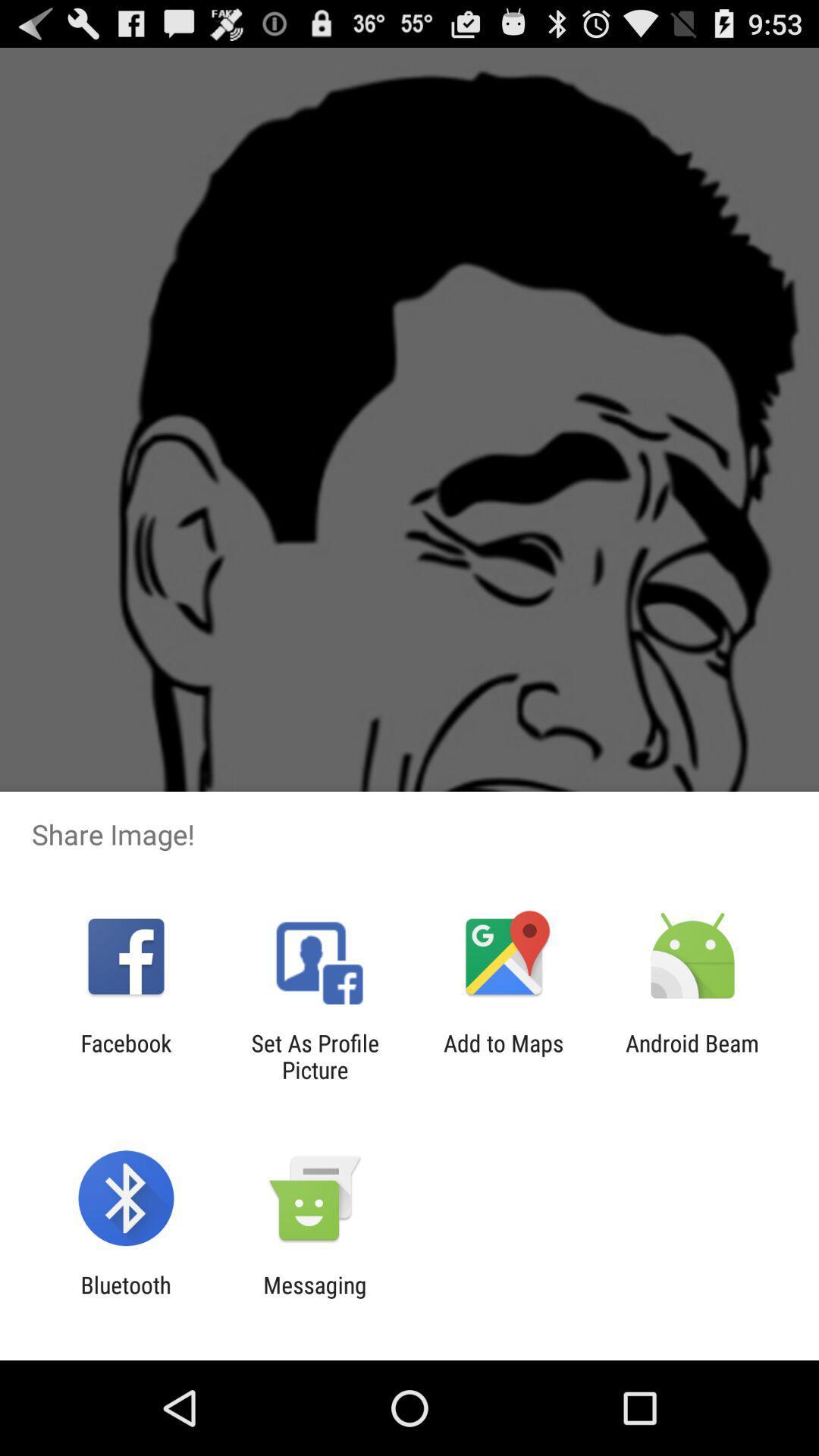 The width and height of the screenshot is (819, 1456). What do you see at coordinates (692, 1056) in the screenshot?
I see `the app next to the add to maps icon` at bounding box center [692, 1056].